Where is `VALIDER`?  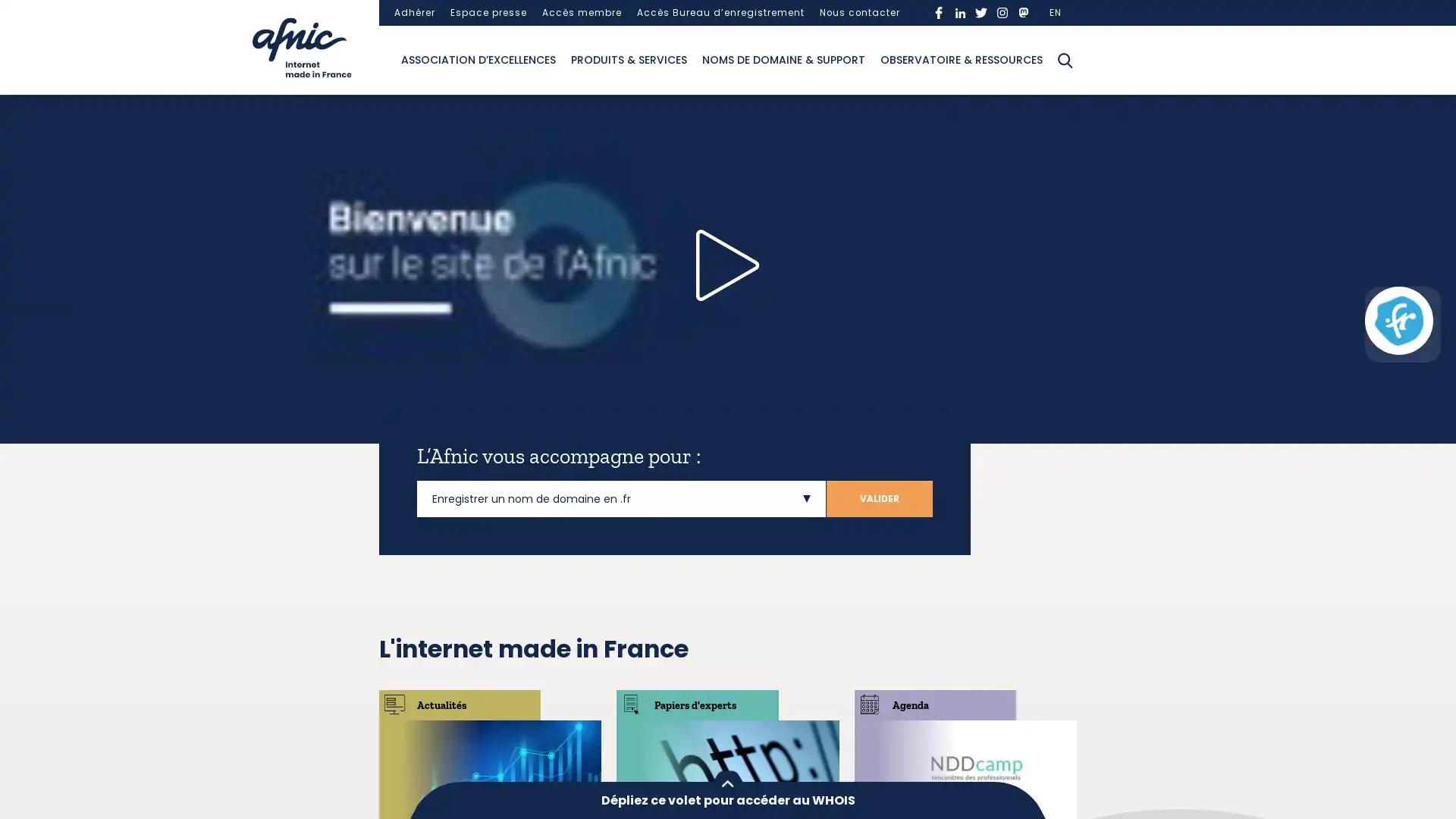 VALIDER is located at coordinates (880, 498).